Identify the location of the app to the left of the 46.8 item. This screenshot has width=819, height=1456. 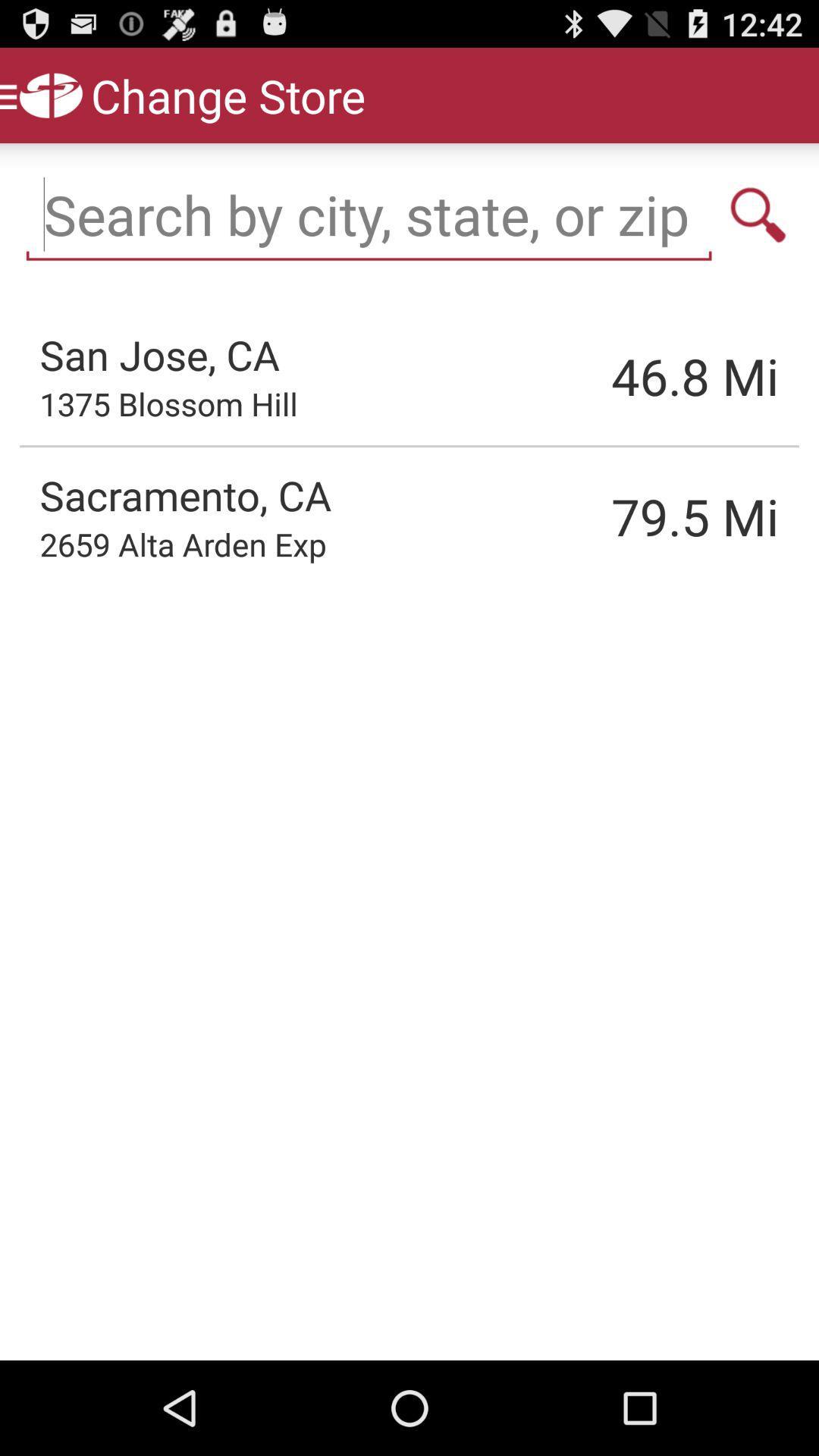
(159, 353).